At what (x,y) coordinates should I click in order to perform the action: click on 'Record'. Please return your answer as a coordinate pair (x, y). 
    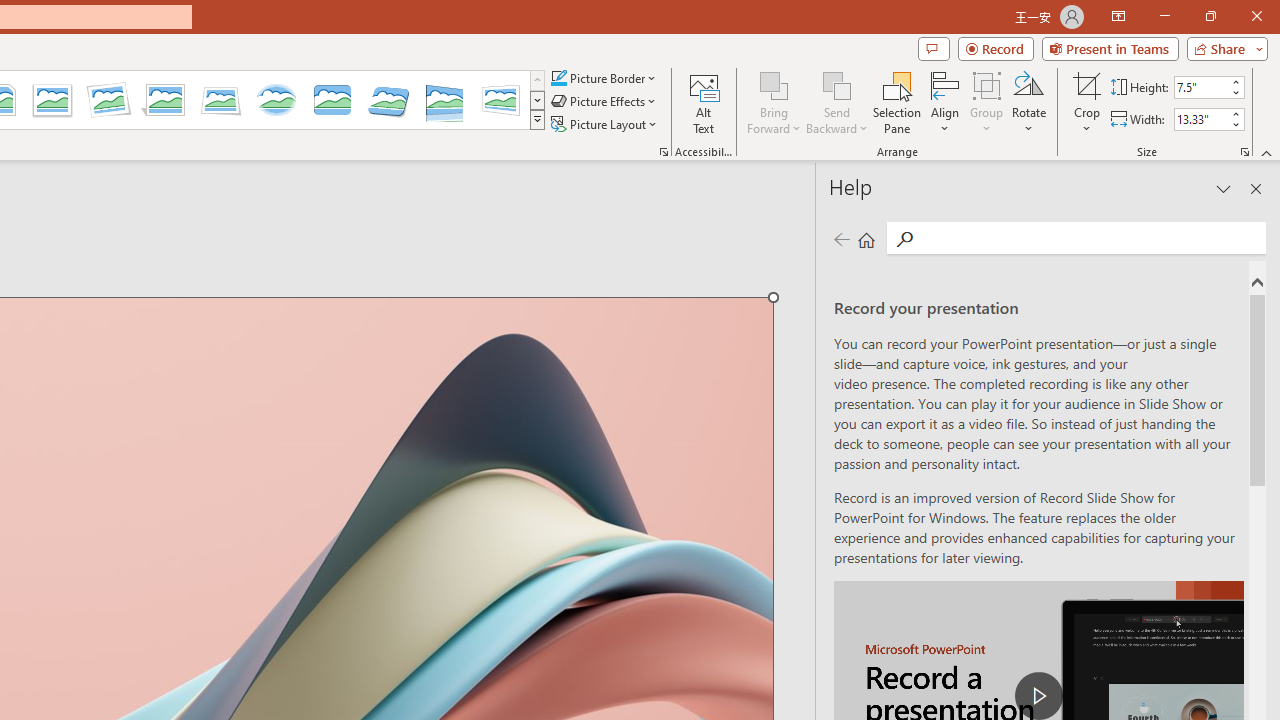
    Looking at the image, I should click on (995, 47).